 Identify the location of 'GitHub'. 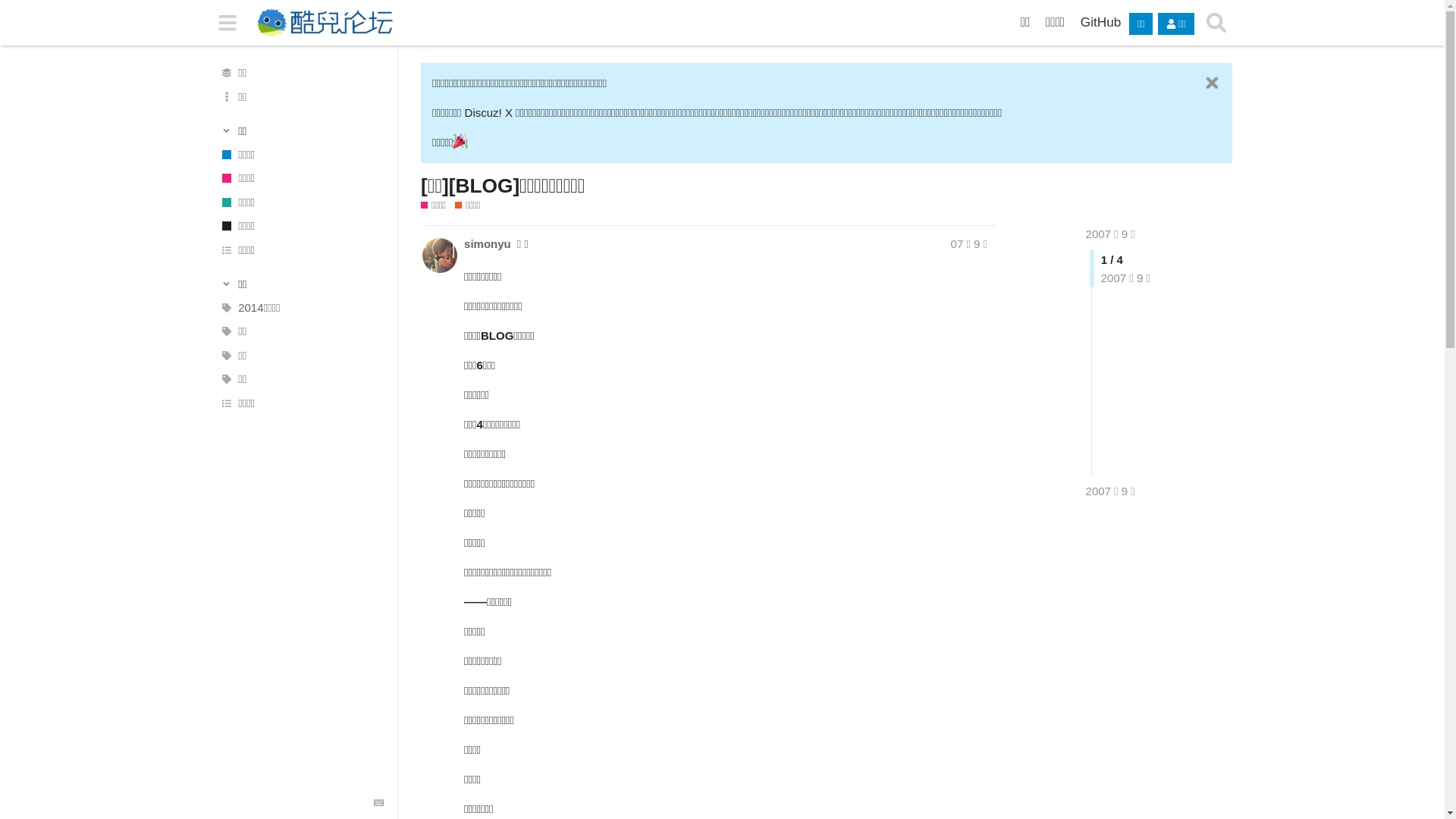
(1100, 22).